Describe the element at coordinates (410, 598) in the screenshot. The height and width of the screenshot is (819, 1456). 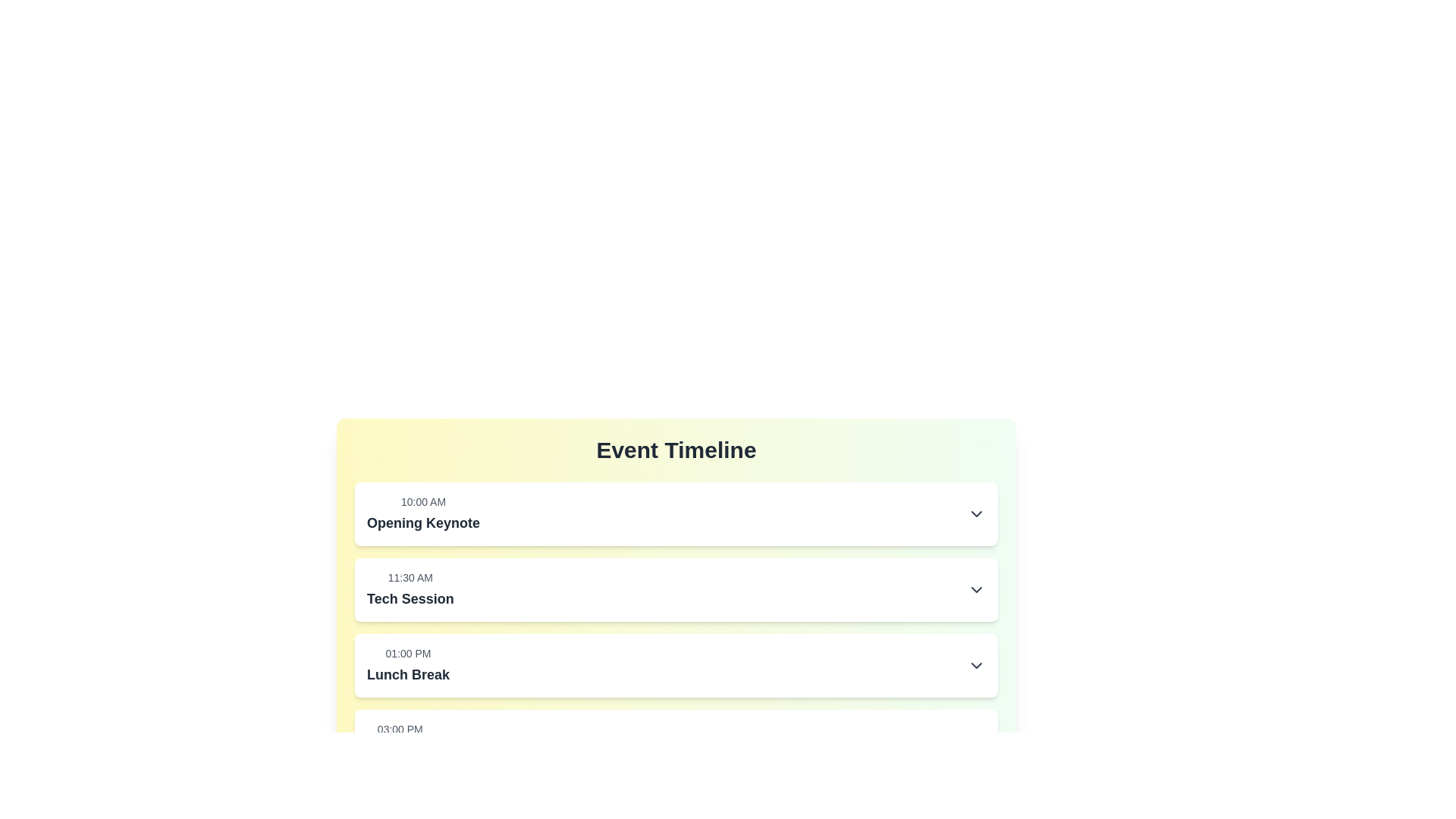
I see `text label that displays the title of the event located in the second card of the vertical timeline, positioned below the time '11:30 AM'` at that location.